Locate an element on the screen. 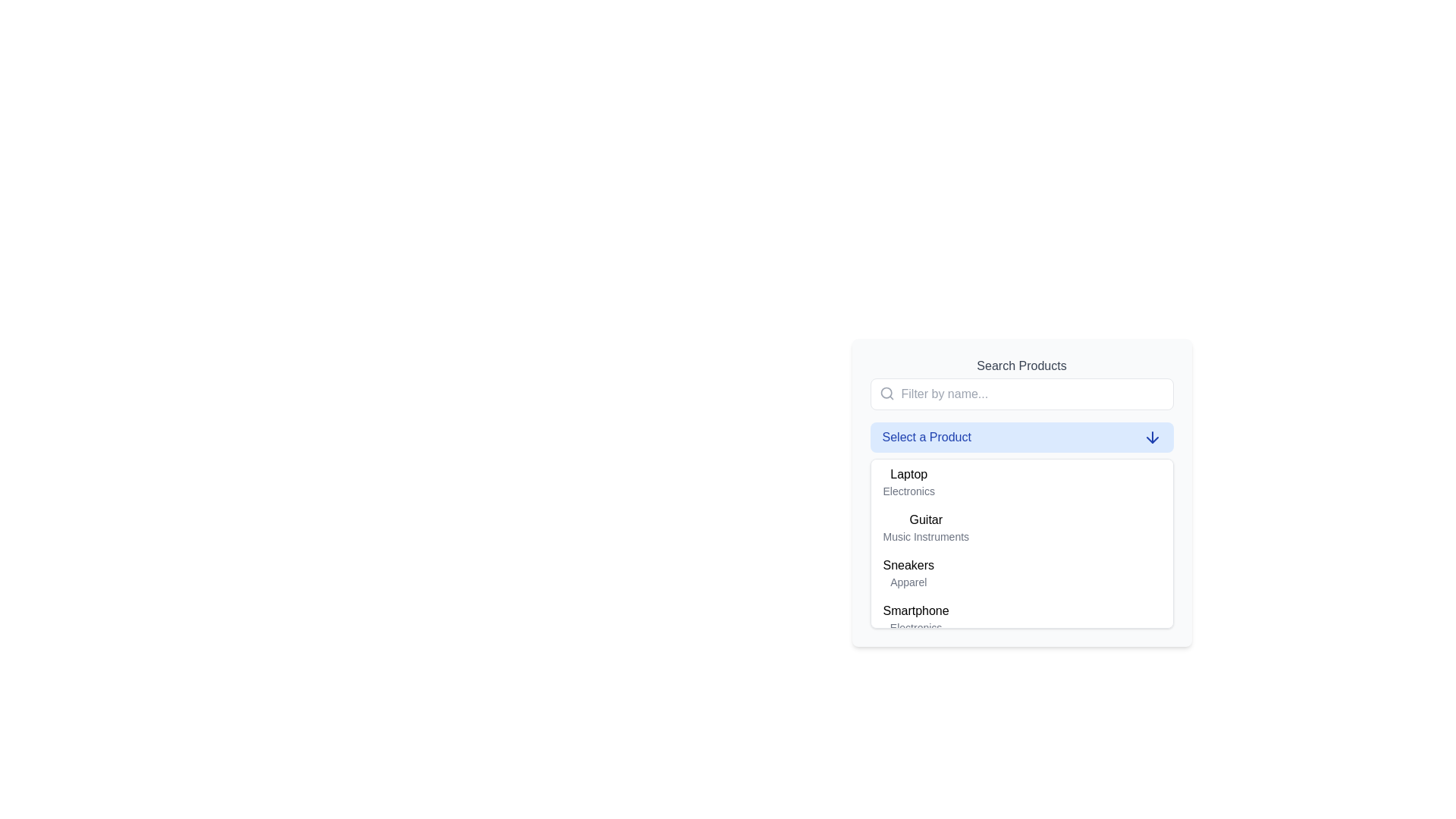 The image size is (1456, 819). the 'Smartphone' category label within the dropdown menu is located at coordinates (915, 610).